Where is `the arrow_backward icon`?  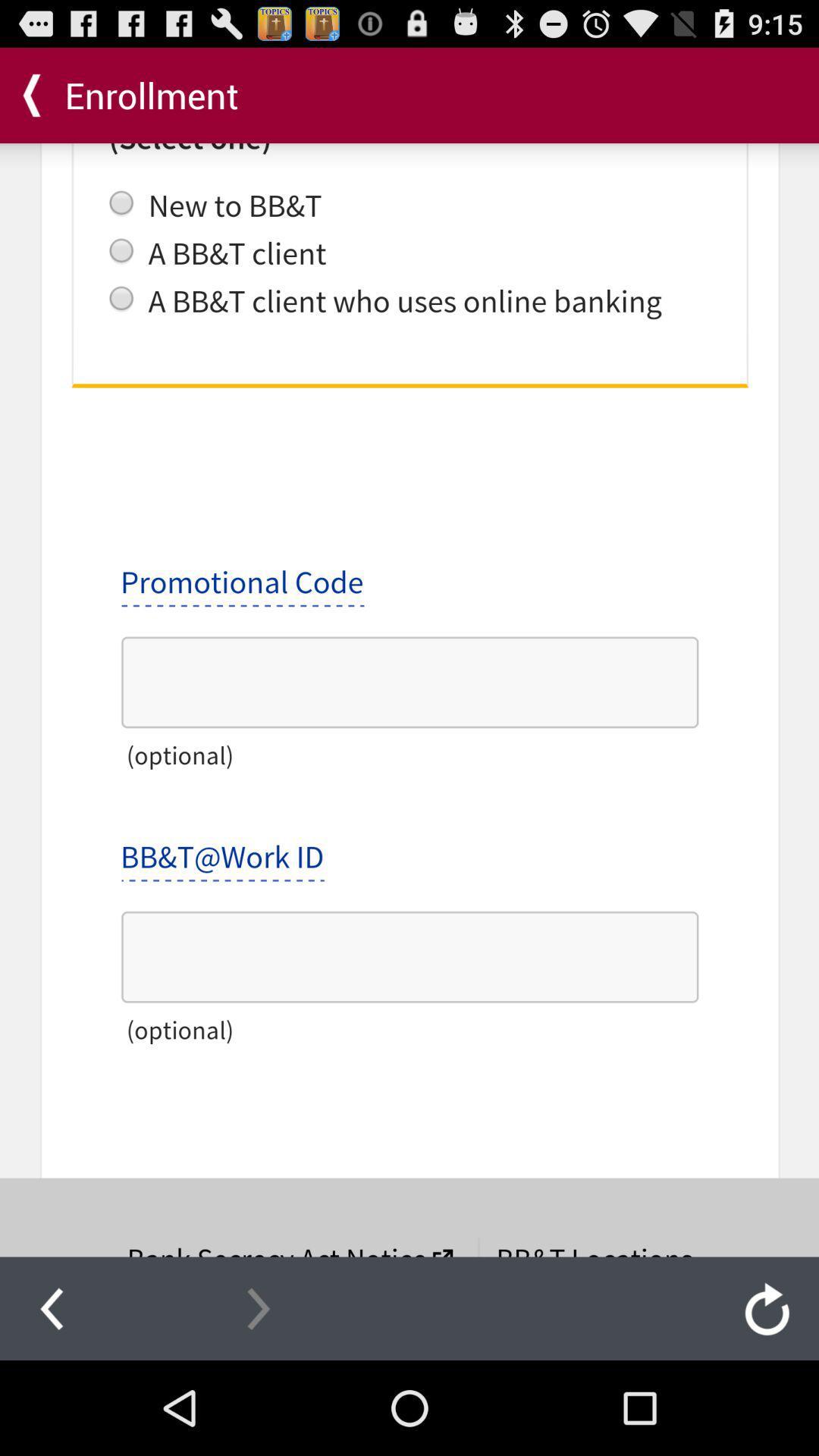 the arrow_backward icon is located at coordinates (51, 1400).